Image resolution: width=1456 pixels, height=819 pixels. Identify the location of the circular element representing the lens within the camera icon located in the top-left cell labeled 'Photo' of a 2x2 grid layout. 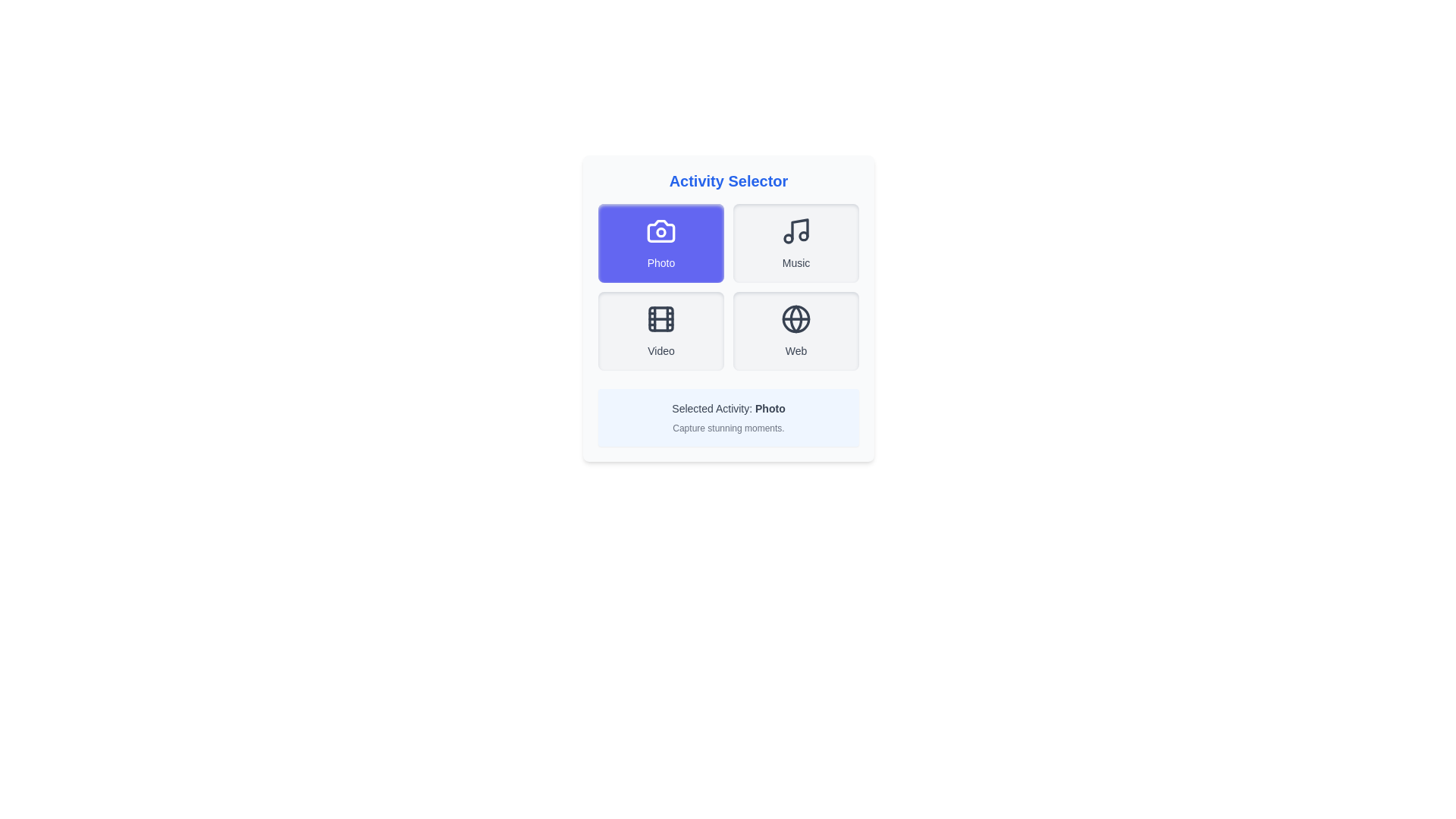
(661, 231).